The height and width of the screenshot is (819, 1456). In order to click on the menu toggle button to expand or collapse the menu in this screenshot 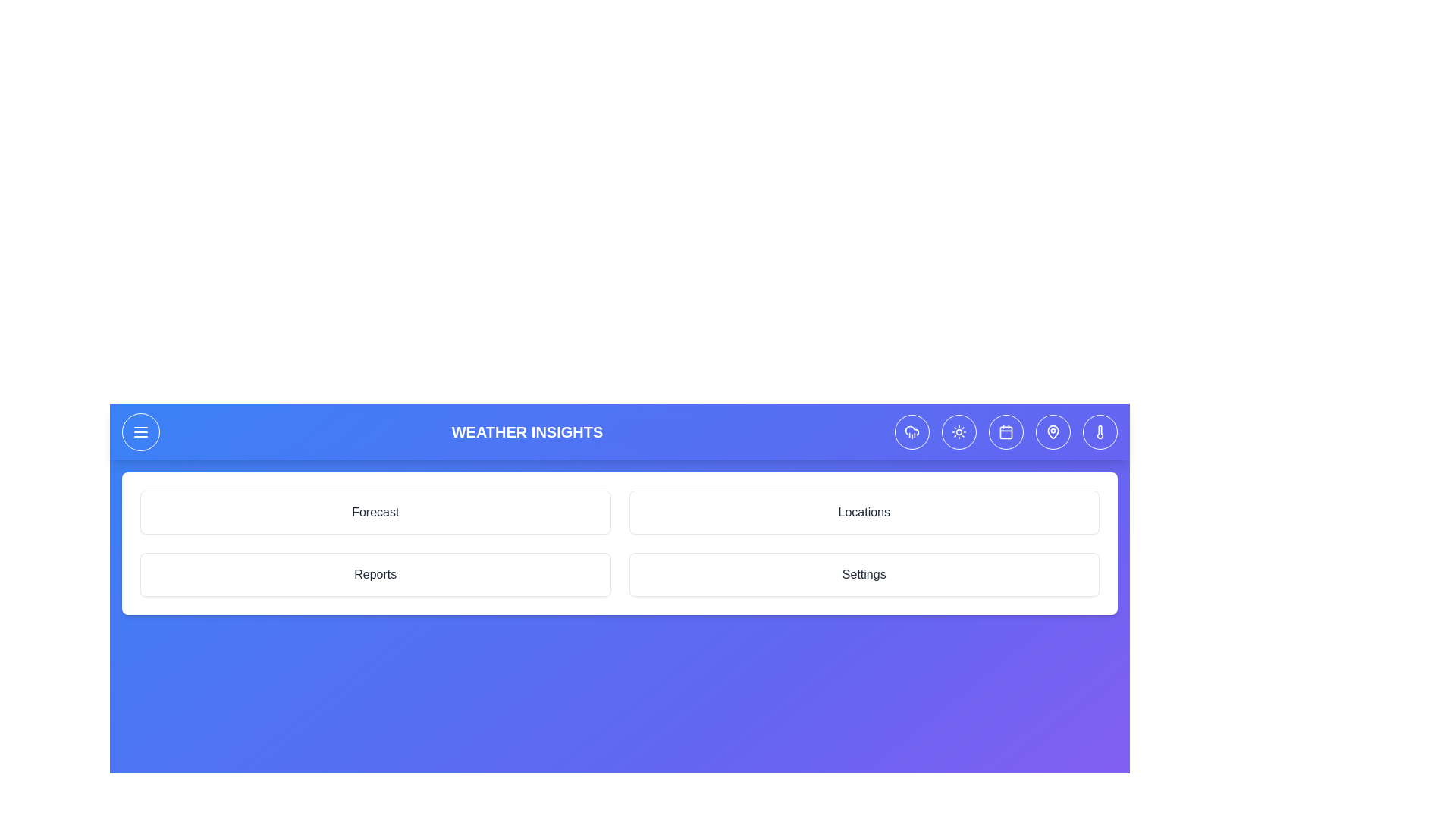, I will do `click(141, 432)`.